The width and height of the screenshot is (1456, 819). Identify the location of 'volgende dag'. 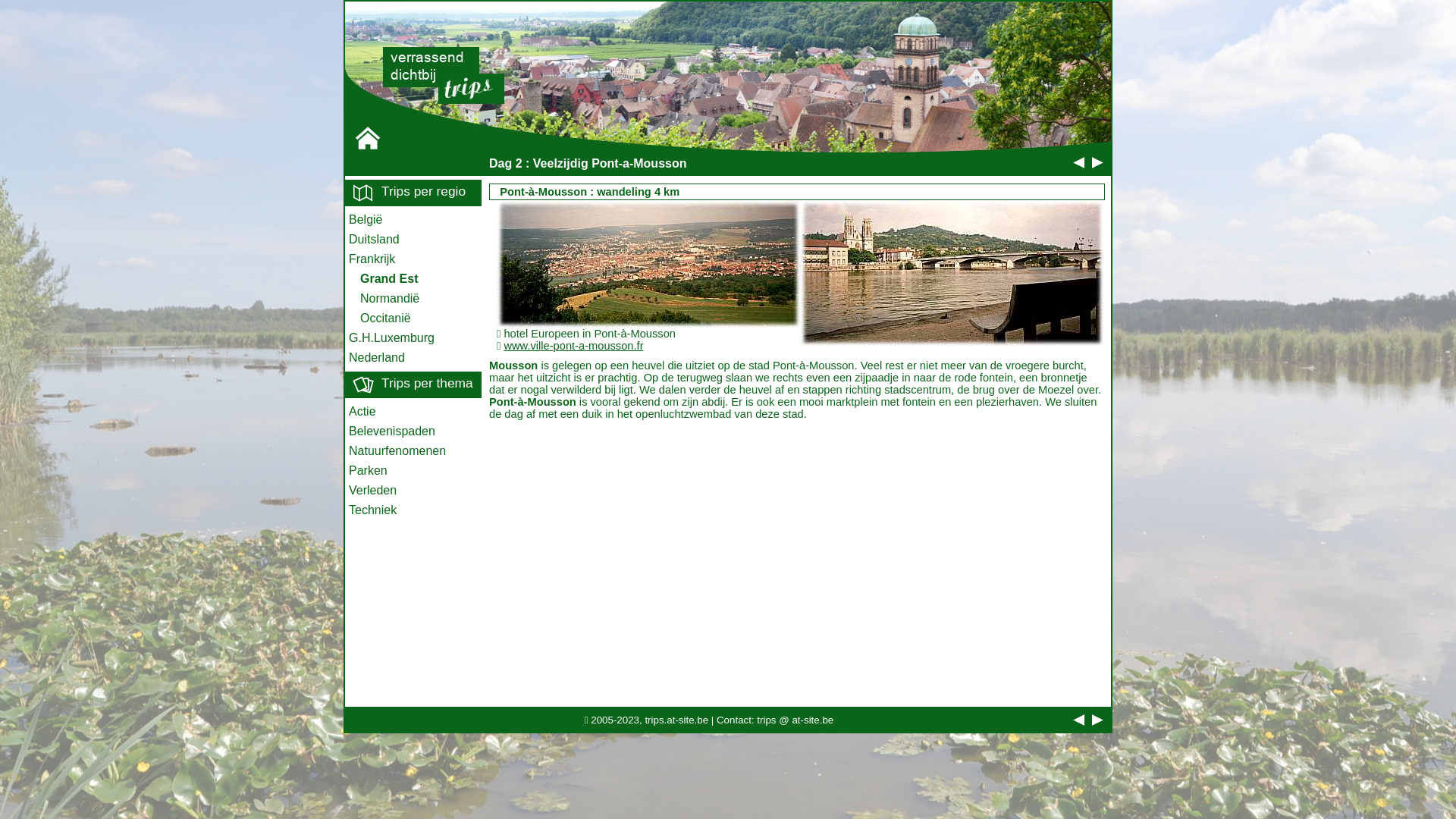
(1092, 719).